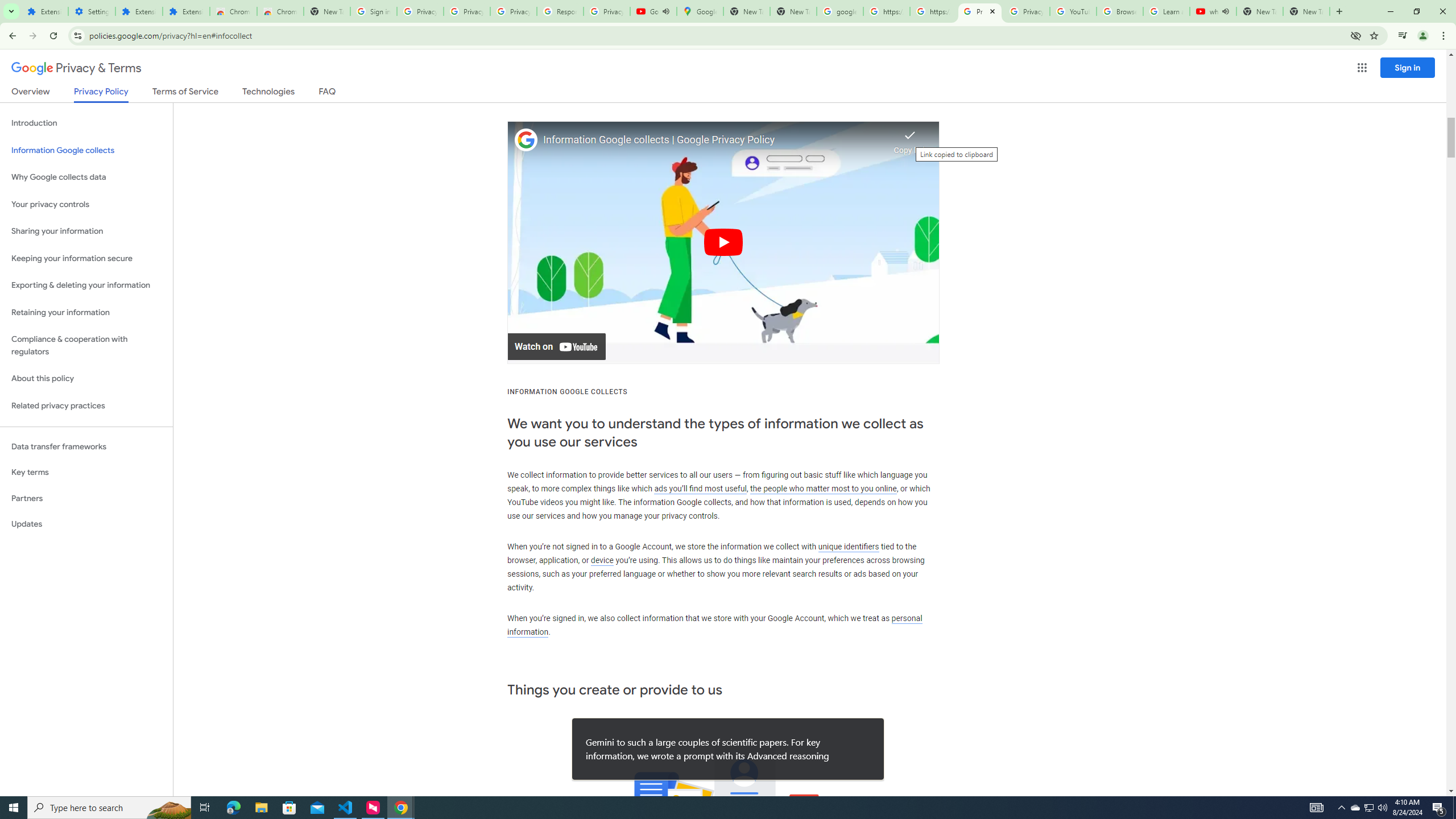 The image size is (1456, 819). I want to click on 'Extensions', so click(185, 11).